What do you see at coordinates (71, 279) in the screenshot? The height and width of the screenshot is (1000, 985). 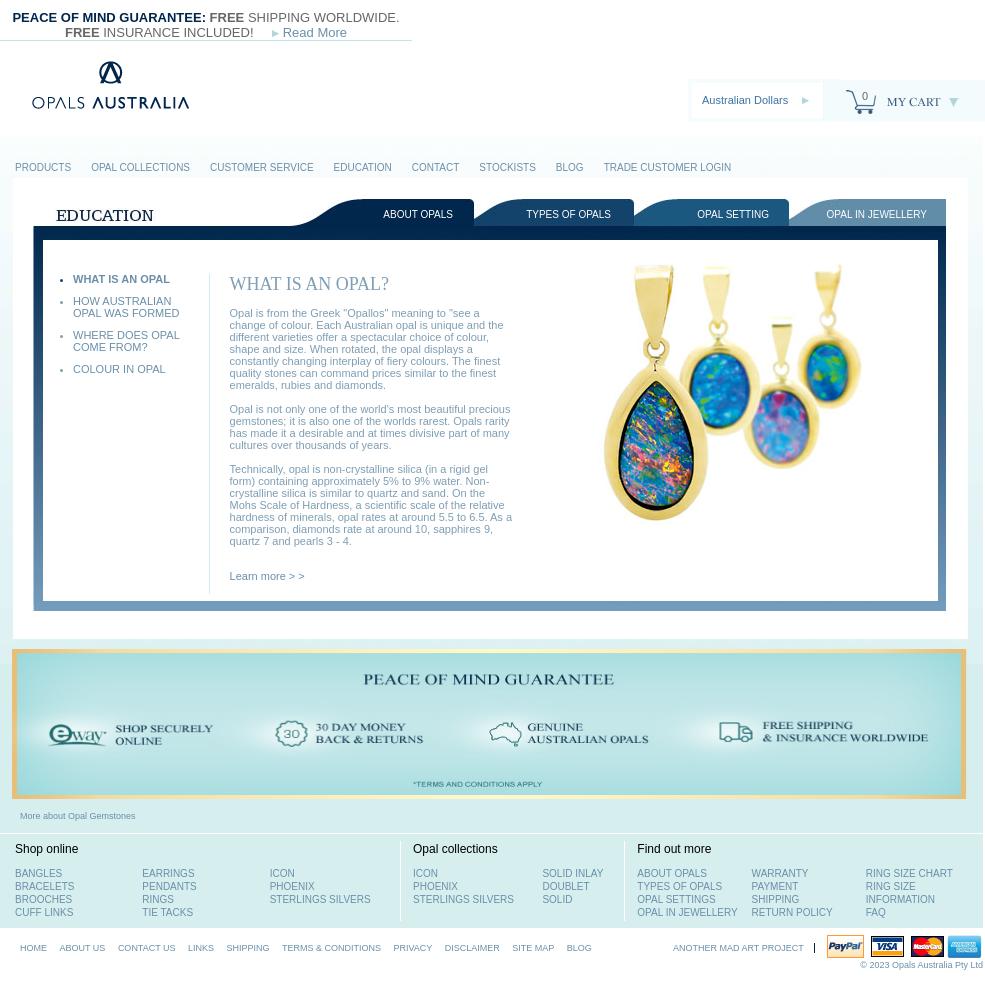 I see `'WHAT IS AN OPAL'` at bounding box center [71, 279].